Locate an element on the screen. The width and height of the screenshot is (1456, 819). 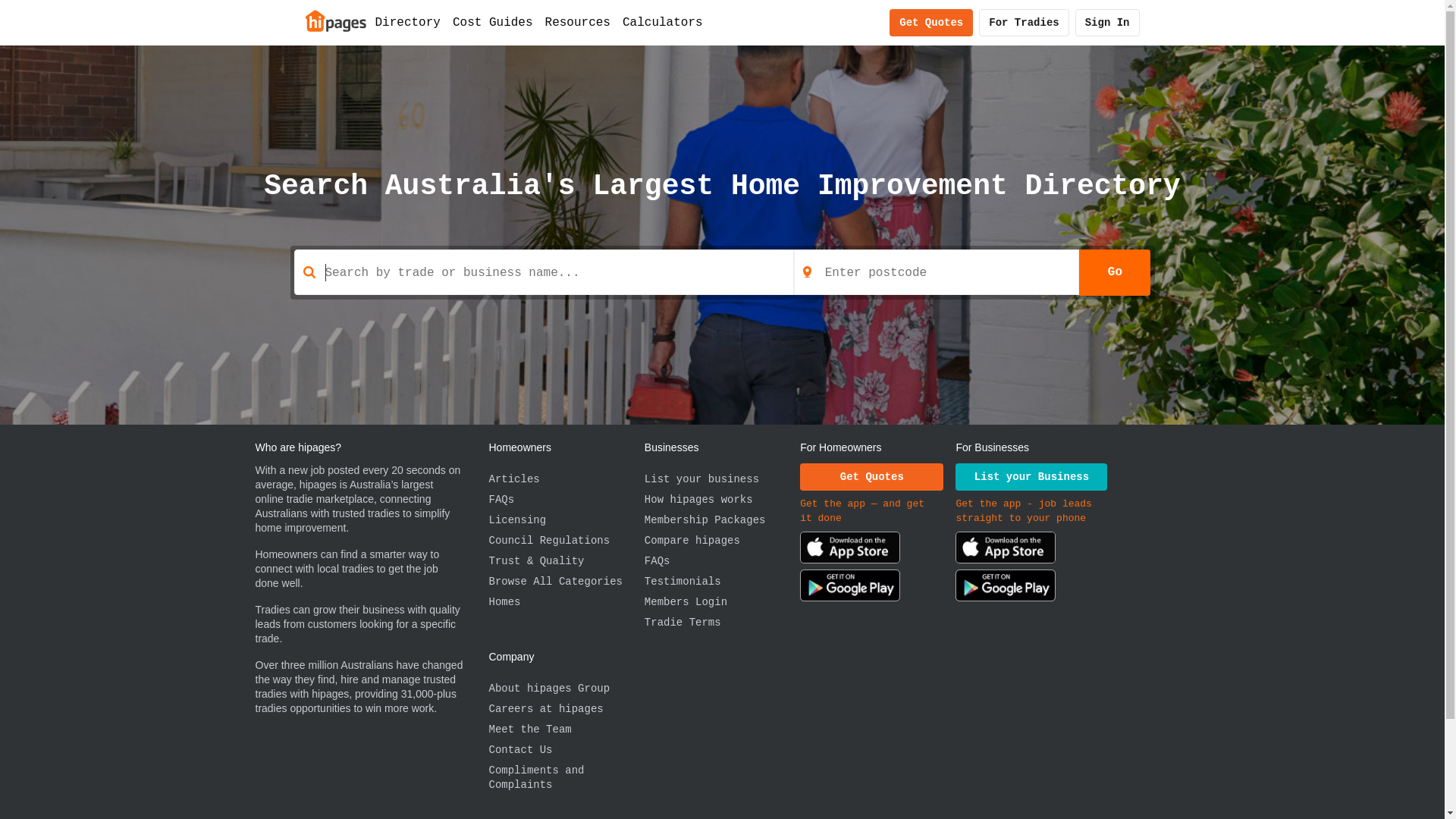
'Meet the Team' is located at coordinates (488, 729).